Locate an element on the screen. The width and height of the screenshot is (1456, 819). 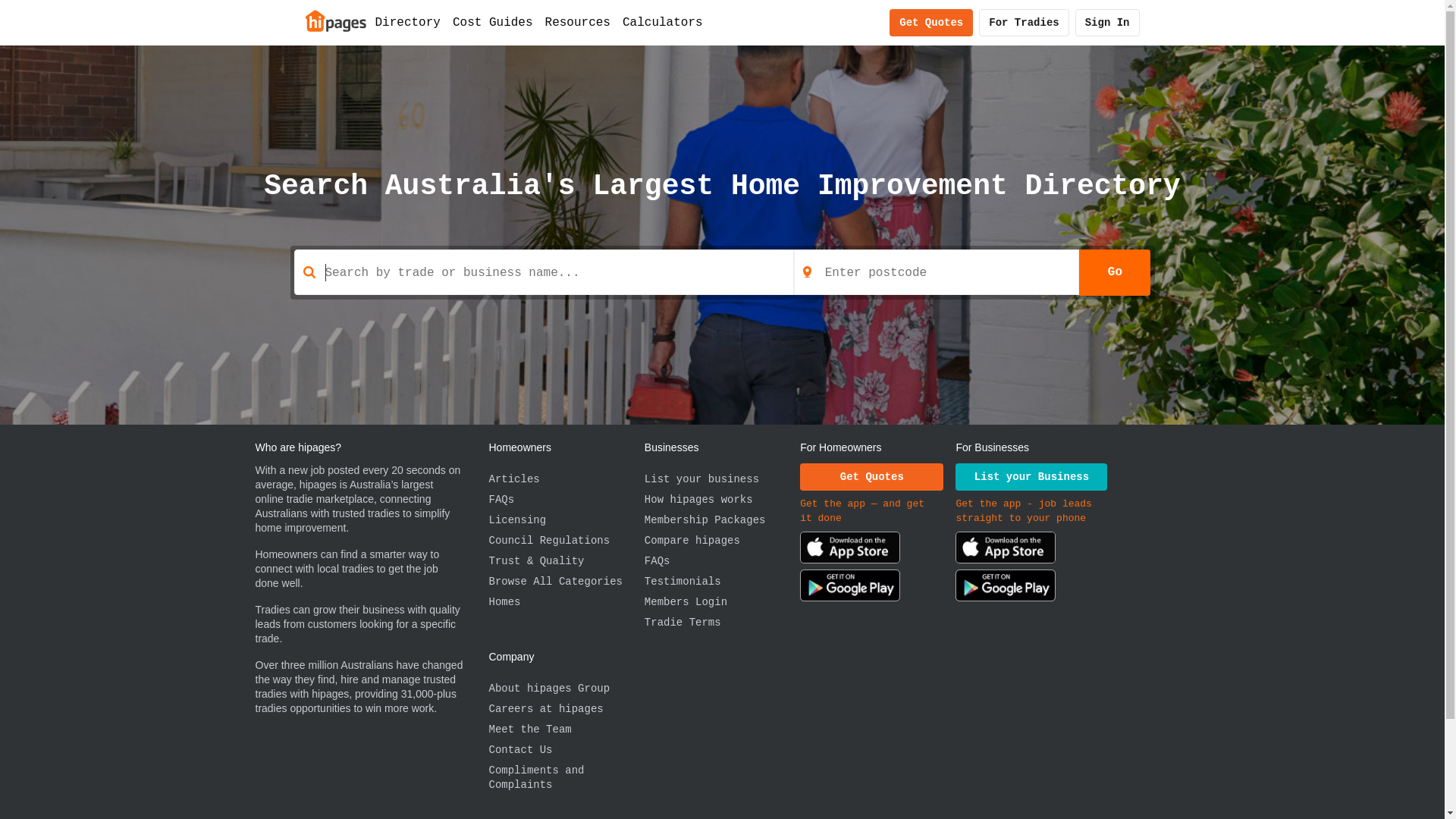
'Meet the Team' is located at coordinates (488, 729).